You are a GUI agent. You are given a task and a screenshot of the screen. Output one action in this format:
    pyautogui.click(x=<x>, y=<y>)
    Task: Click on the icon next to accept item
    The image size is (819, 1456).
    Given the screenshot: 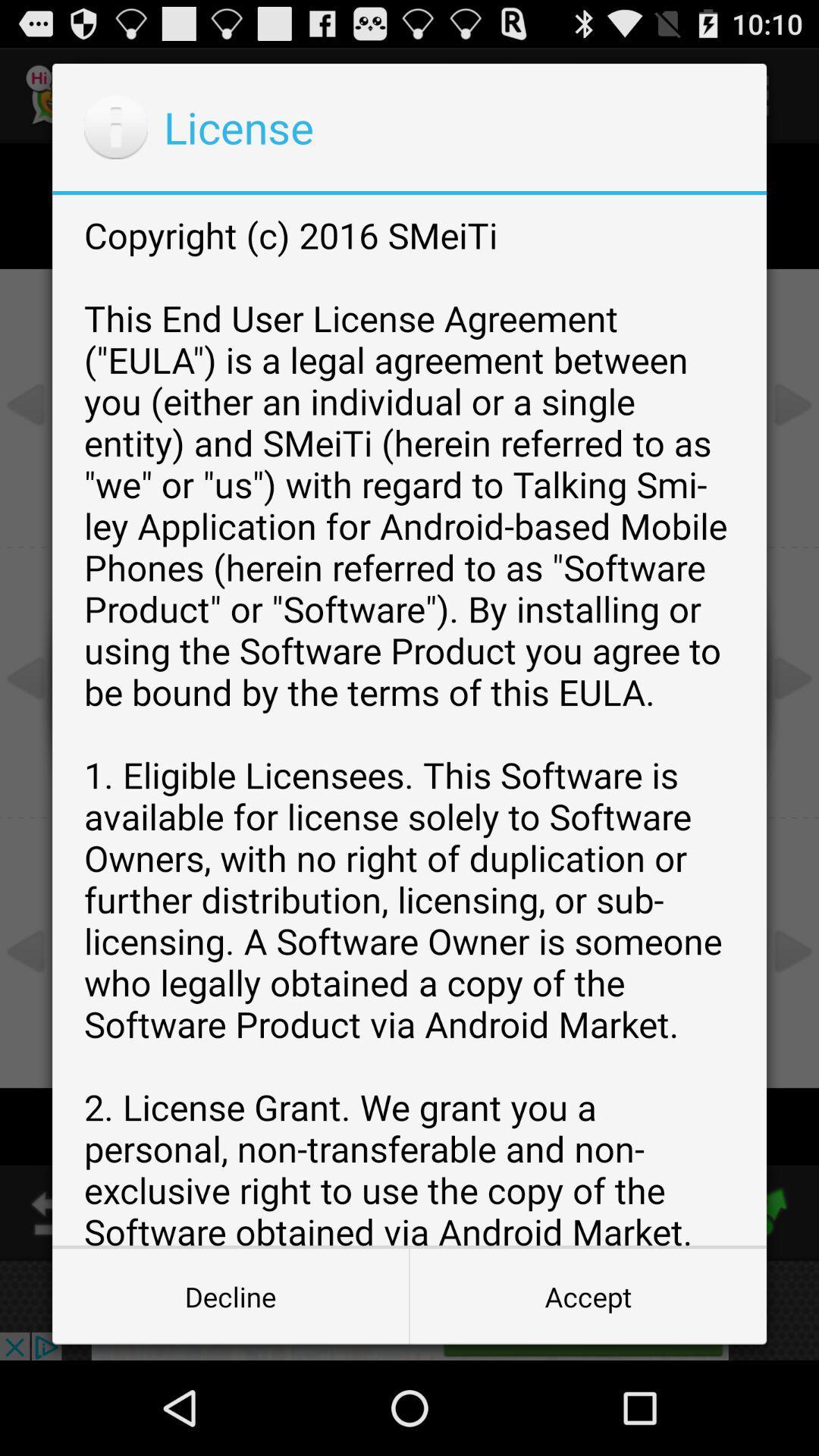 What is the action you would take?
    pyautogui.click(x=231, y=1295)
    